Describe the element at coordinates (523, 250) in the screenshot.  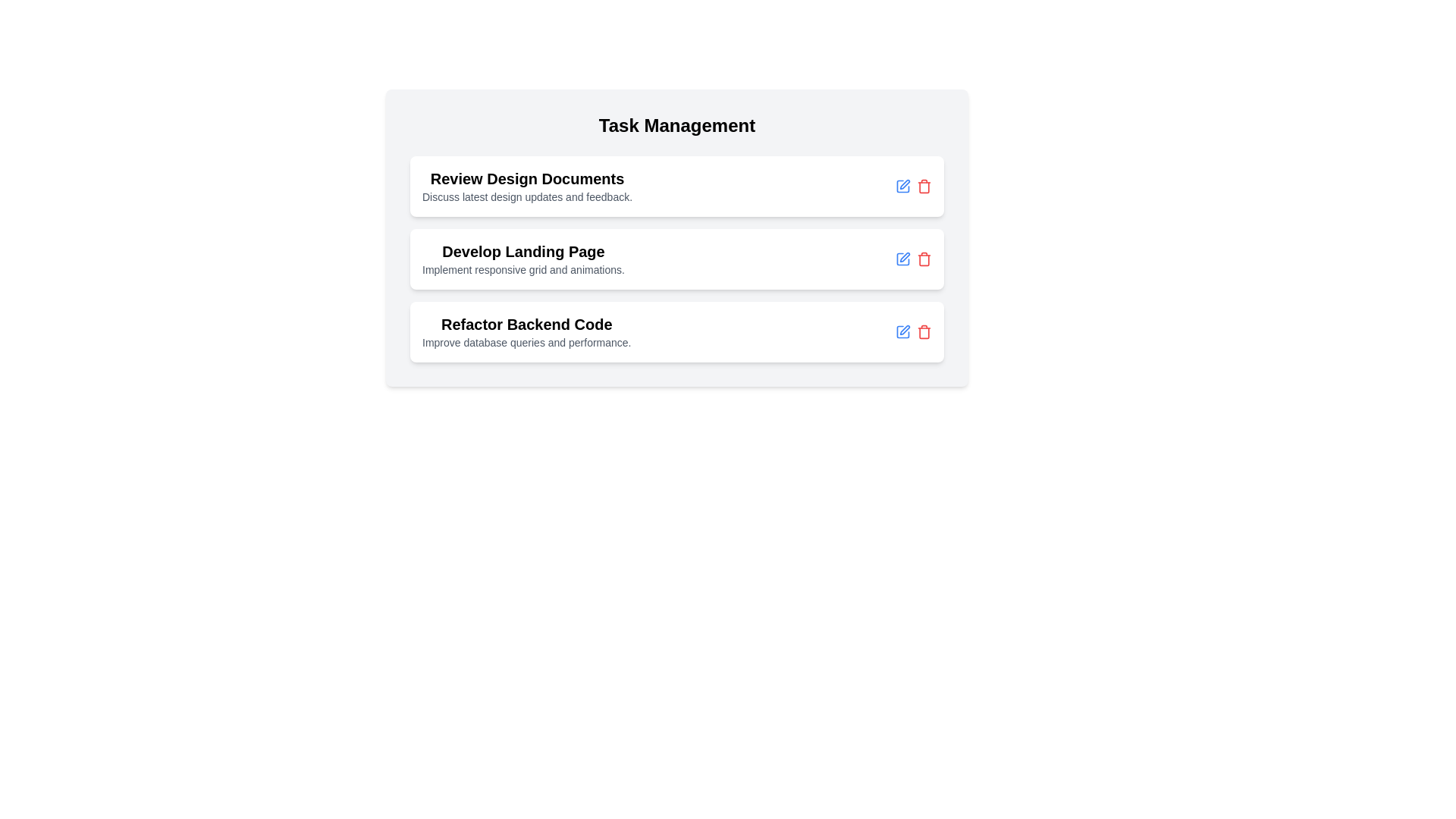
I see `the title text label for the second task item, which describes the purpose of the task above the text 'Implement responsive grid and animations.'` at that location.